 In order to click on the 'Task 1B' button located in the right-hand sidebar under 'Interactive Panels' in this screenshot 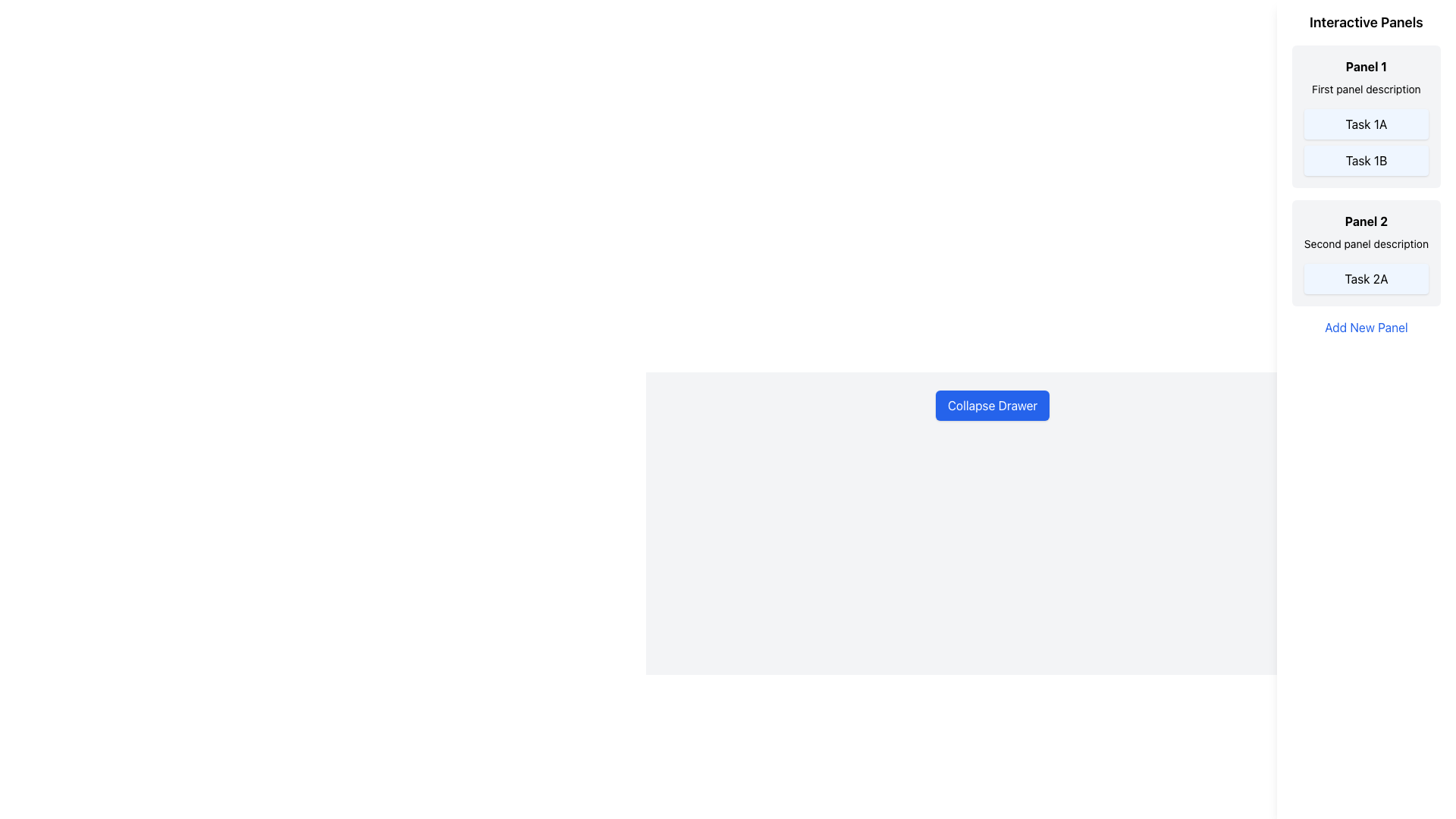, I will do `click(1366, 161)`.